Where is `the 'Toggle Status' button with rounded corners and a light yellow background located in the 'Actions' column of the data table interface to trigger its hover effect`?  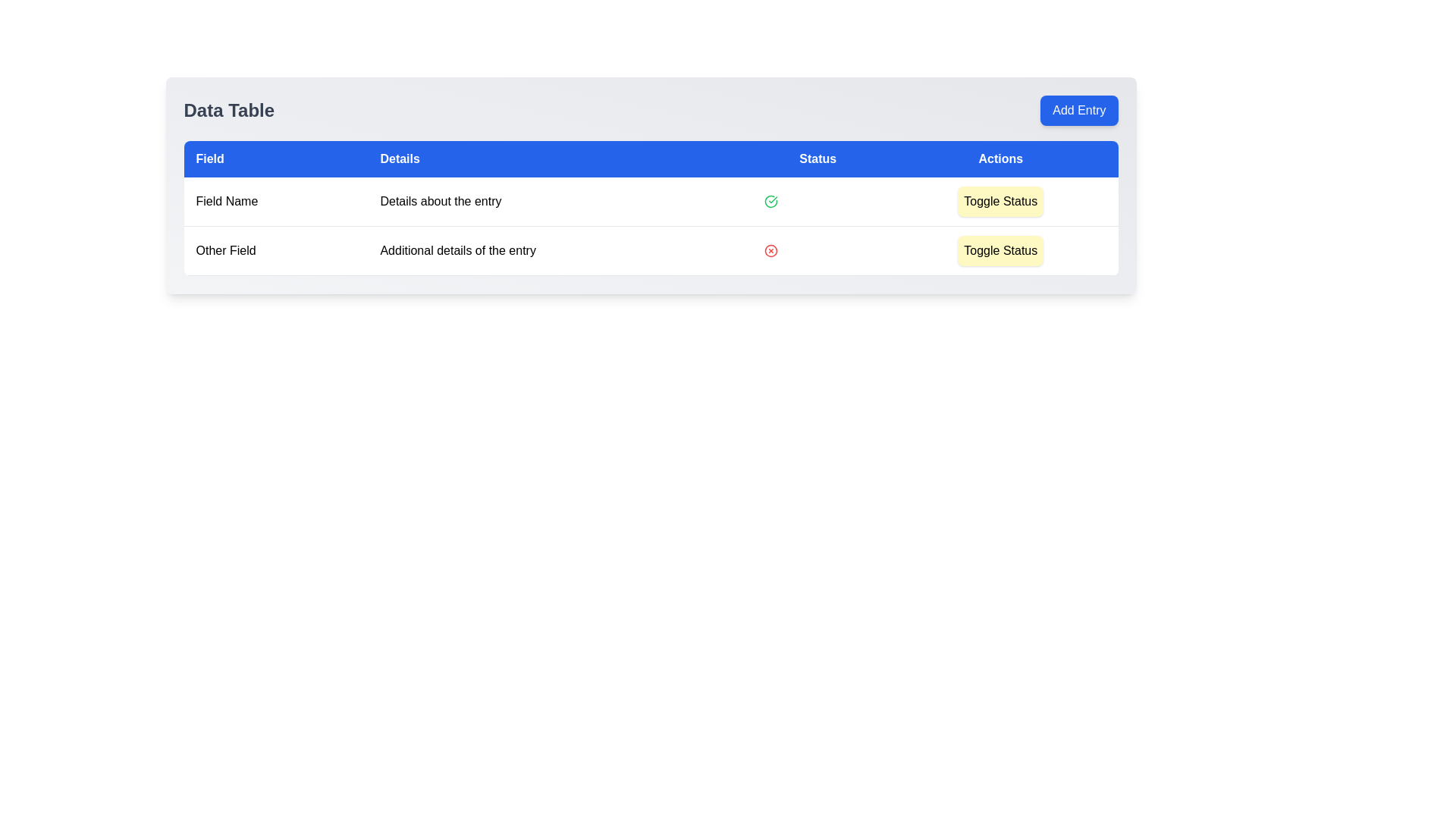 the 'Toggle Status' button with rounded corners and a light yellow background located in the 'Actions' column of the data table interface to trigger its hover effect is located at coordinates (1000, 250).